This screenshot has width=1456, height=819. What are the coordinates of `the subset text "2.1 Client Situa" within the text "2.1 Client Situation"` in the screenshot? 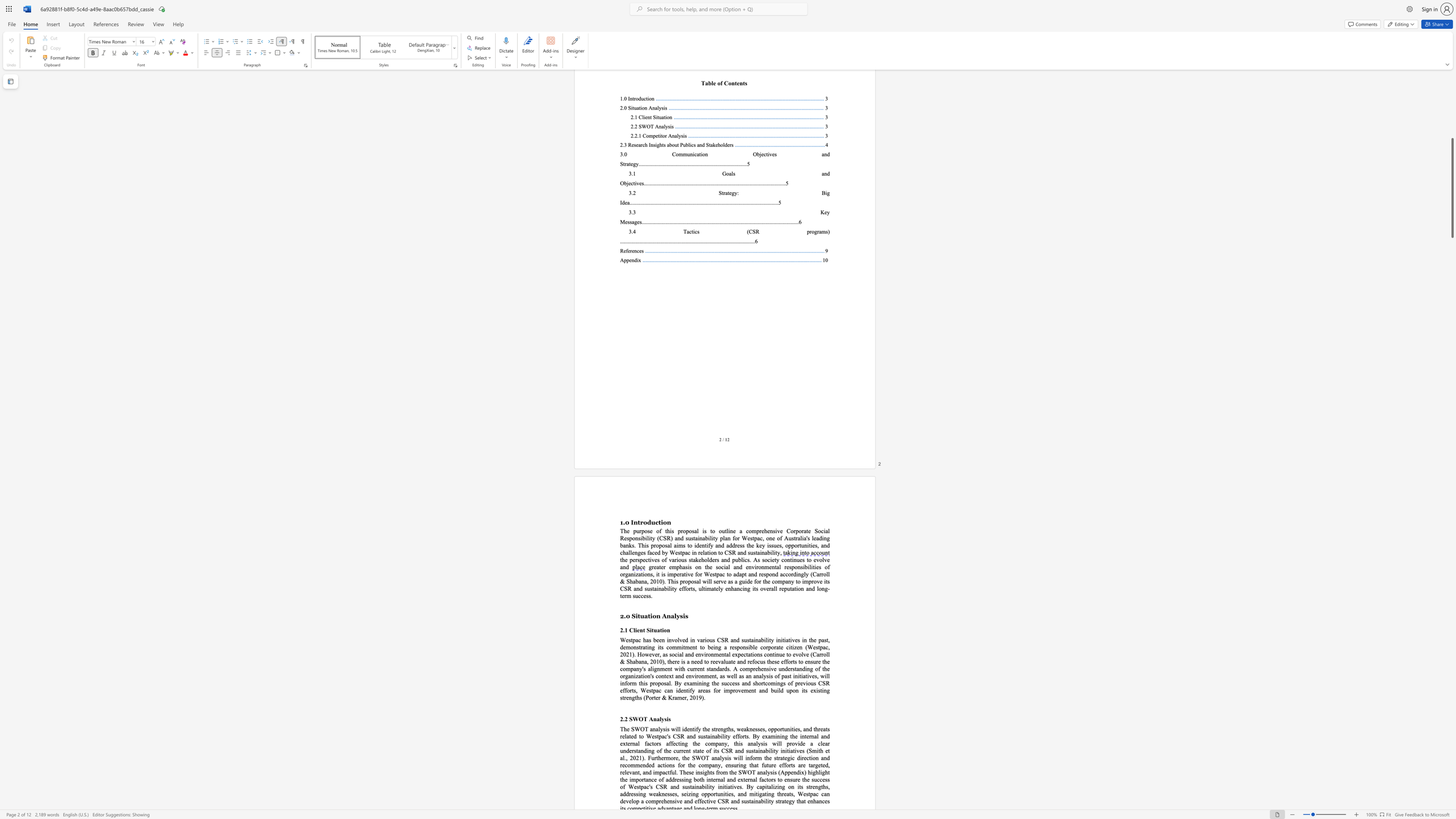 It's located at (619, 630).